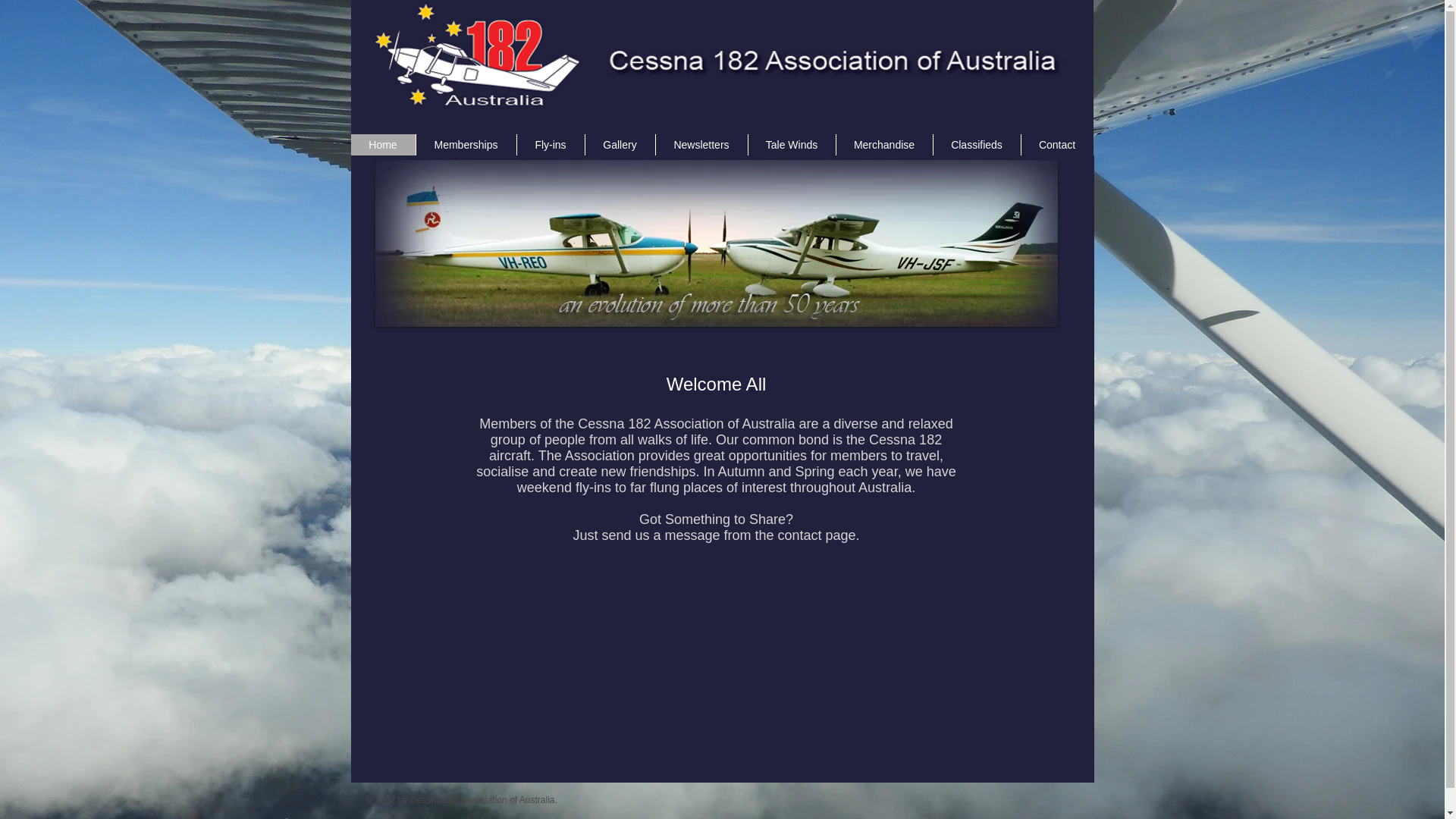 This screenshot has width=1456, height=819. I want to click on 'Merchandise', so click(884, 145).